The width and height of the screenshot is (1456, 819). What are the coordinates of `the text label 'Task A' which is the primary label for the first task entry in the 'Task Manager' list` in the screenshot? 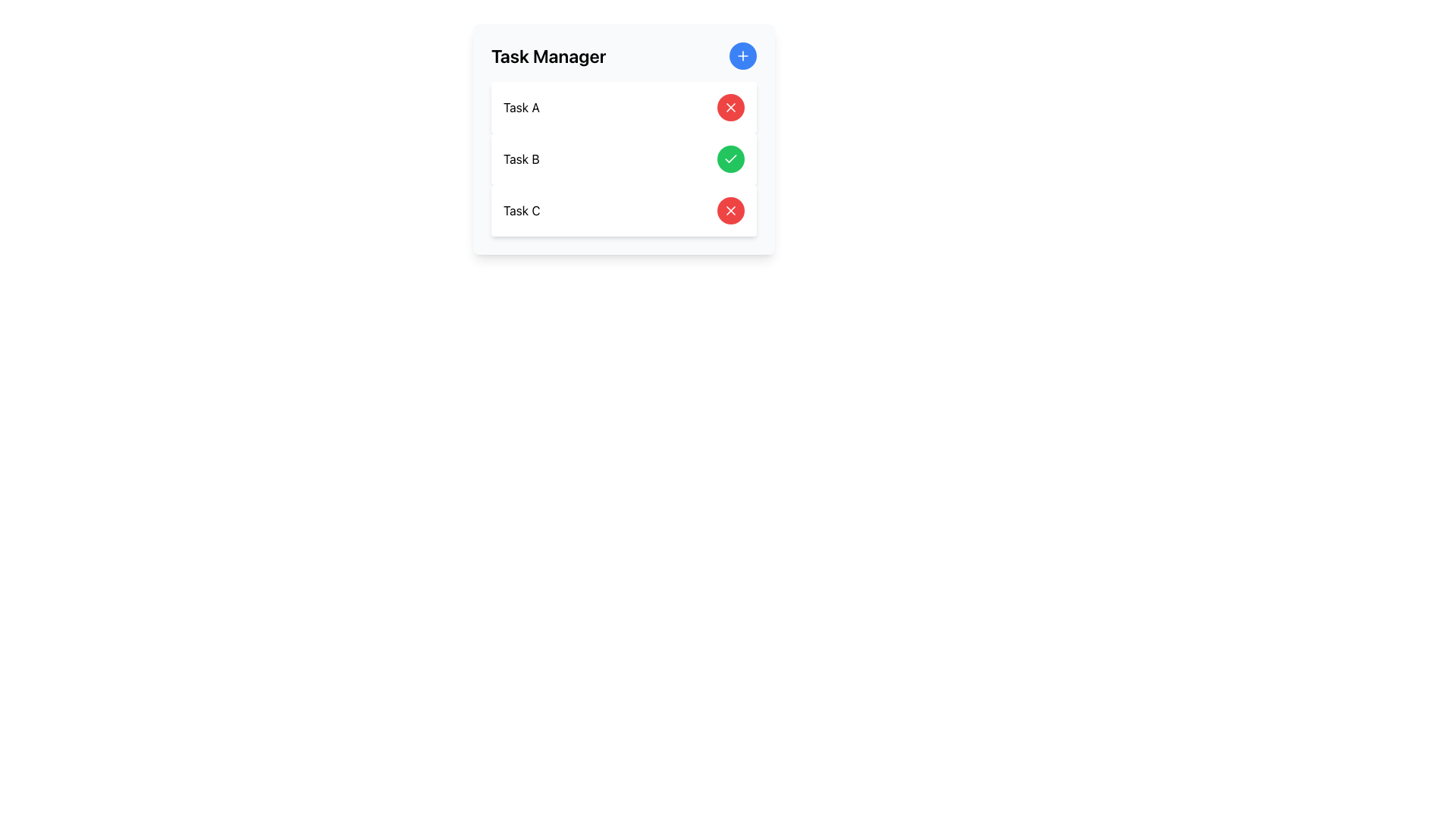 It's located at (521, 107).